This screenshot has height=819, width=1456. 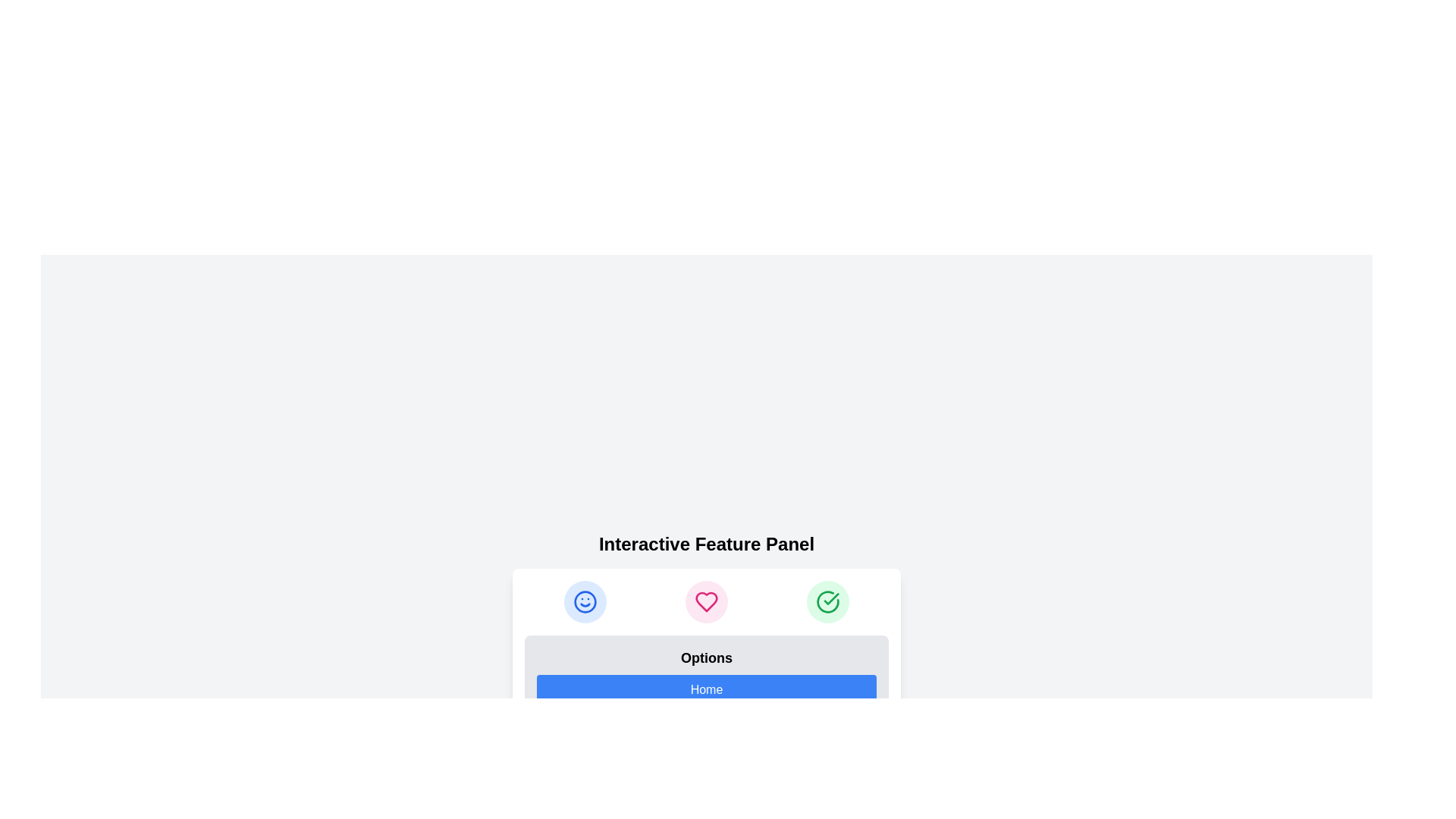 I want to click on the green checkmark icon within the SVG graphic located in the top-right corner of the Interactive Feature Panel to invoke an action or selection, so click(x=830, y=598).